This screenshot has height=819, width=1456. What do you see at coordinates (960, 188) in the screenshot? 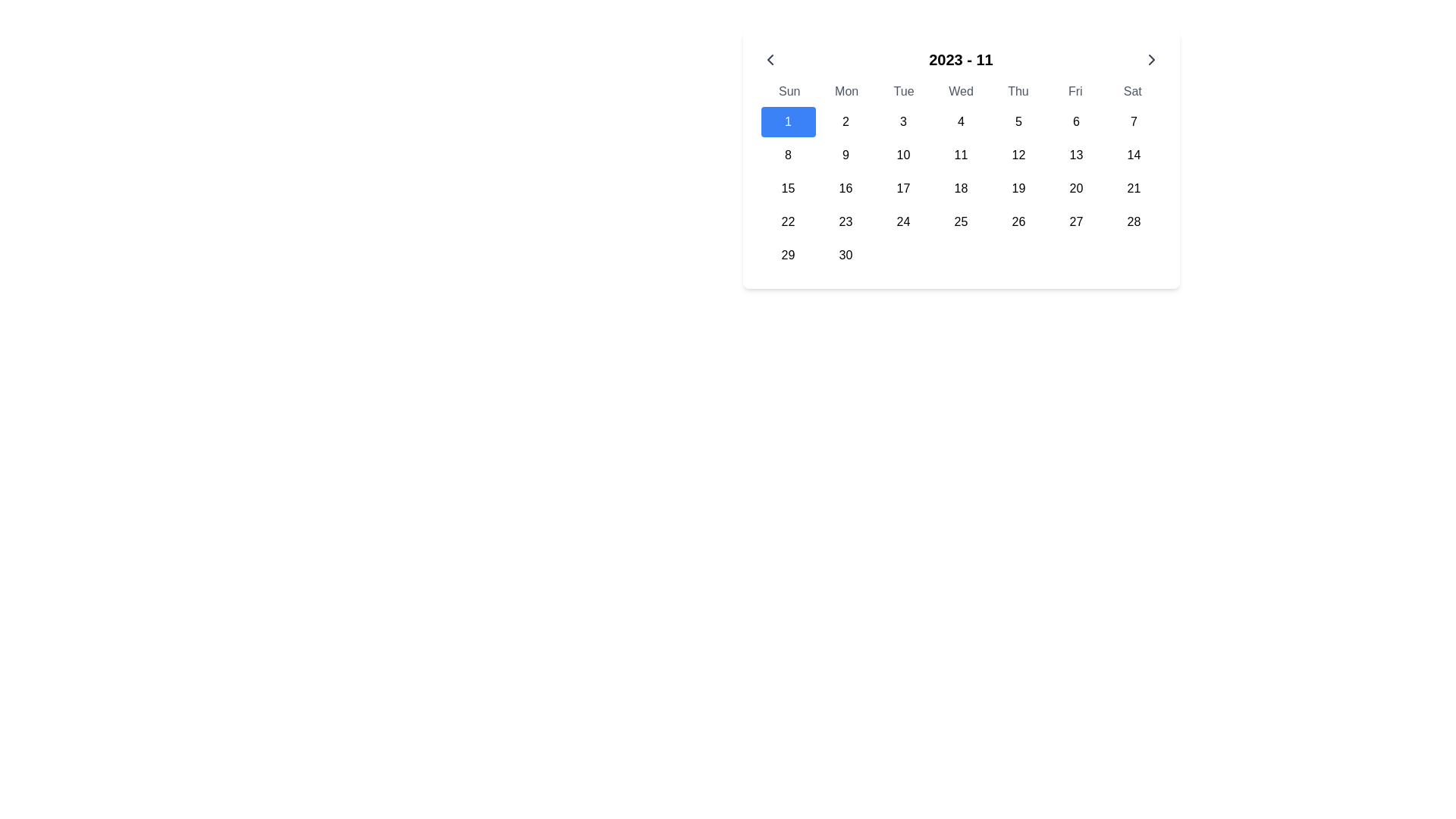
I see `the clickable date button representing the date '18' in the calendar view` at bounding box center [960, 188].